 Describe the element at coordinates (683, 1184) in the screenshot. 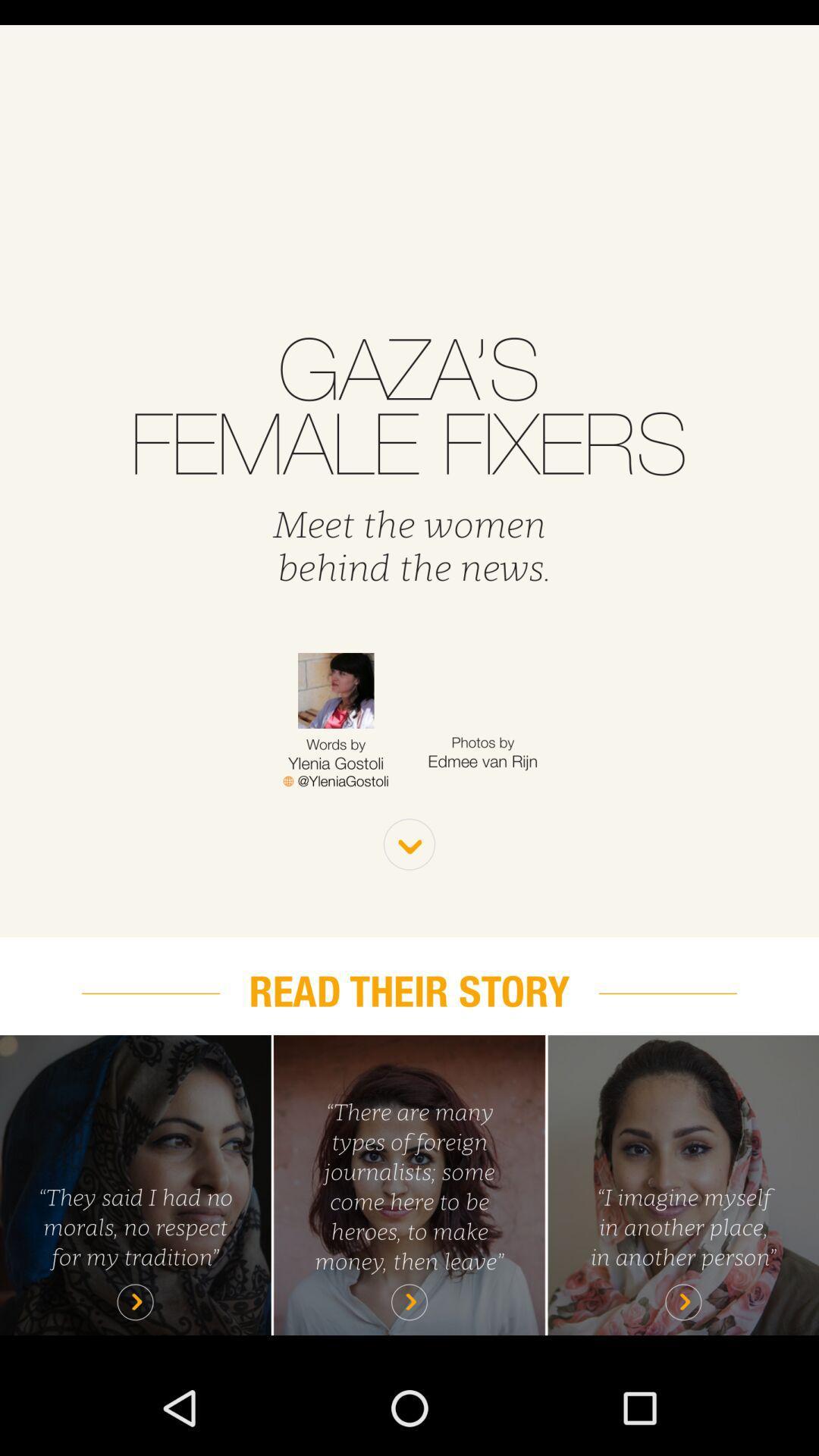

I see `drill down into story tile` at that location.